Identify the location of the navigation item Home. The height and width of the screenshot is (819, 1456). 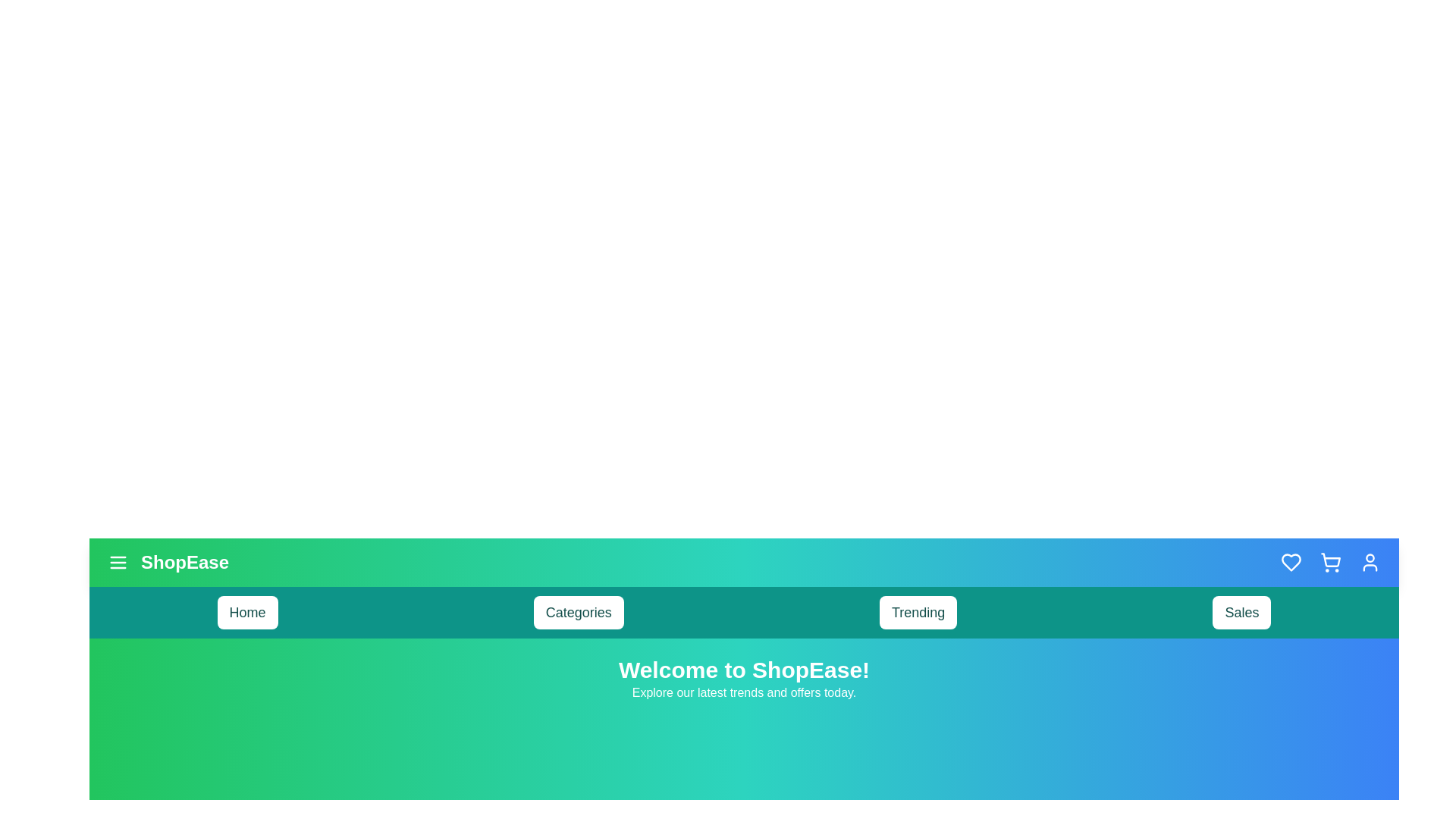
(247, 611).